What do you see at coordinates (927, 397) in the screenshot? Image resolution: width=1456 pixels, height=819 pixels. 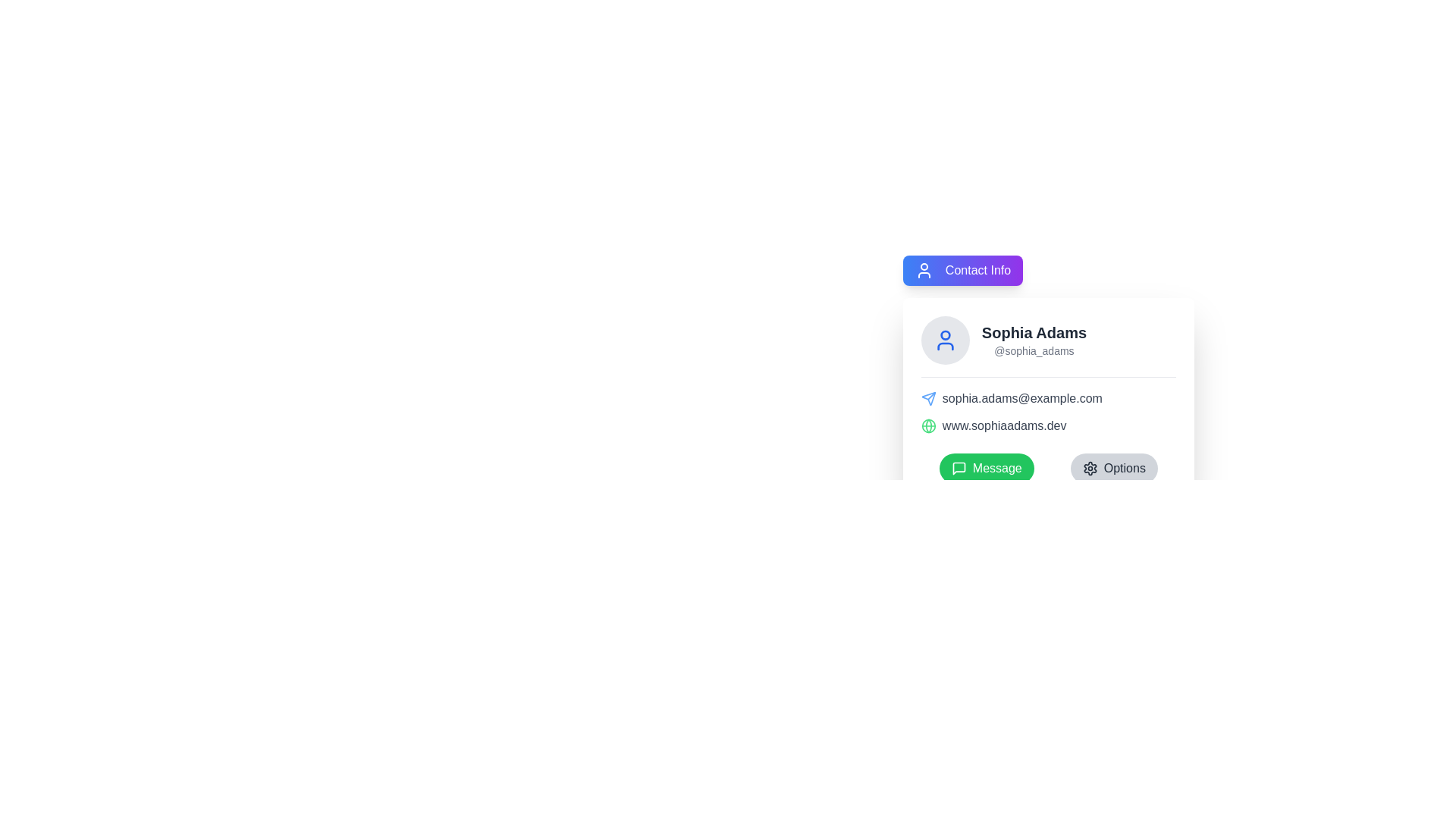 I see `the blue paper airplane icon that represents sending messages, located to the immediate left of the text 'sophia.adams@example.com'` at bounding box center [927, 397].